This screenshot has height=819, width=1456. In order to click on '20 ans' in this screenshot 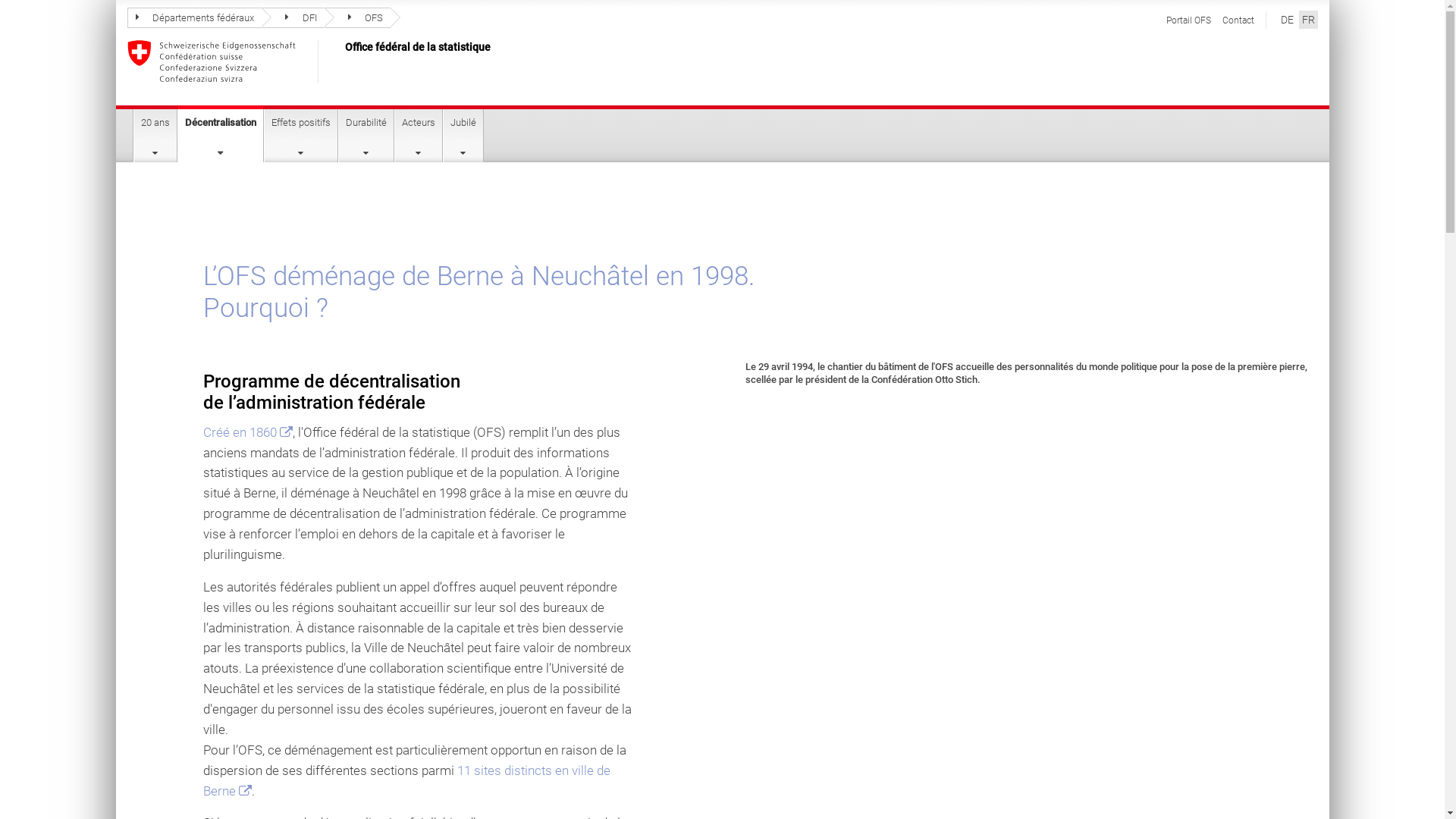, I will do `click(155, 134)`.